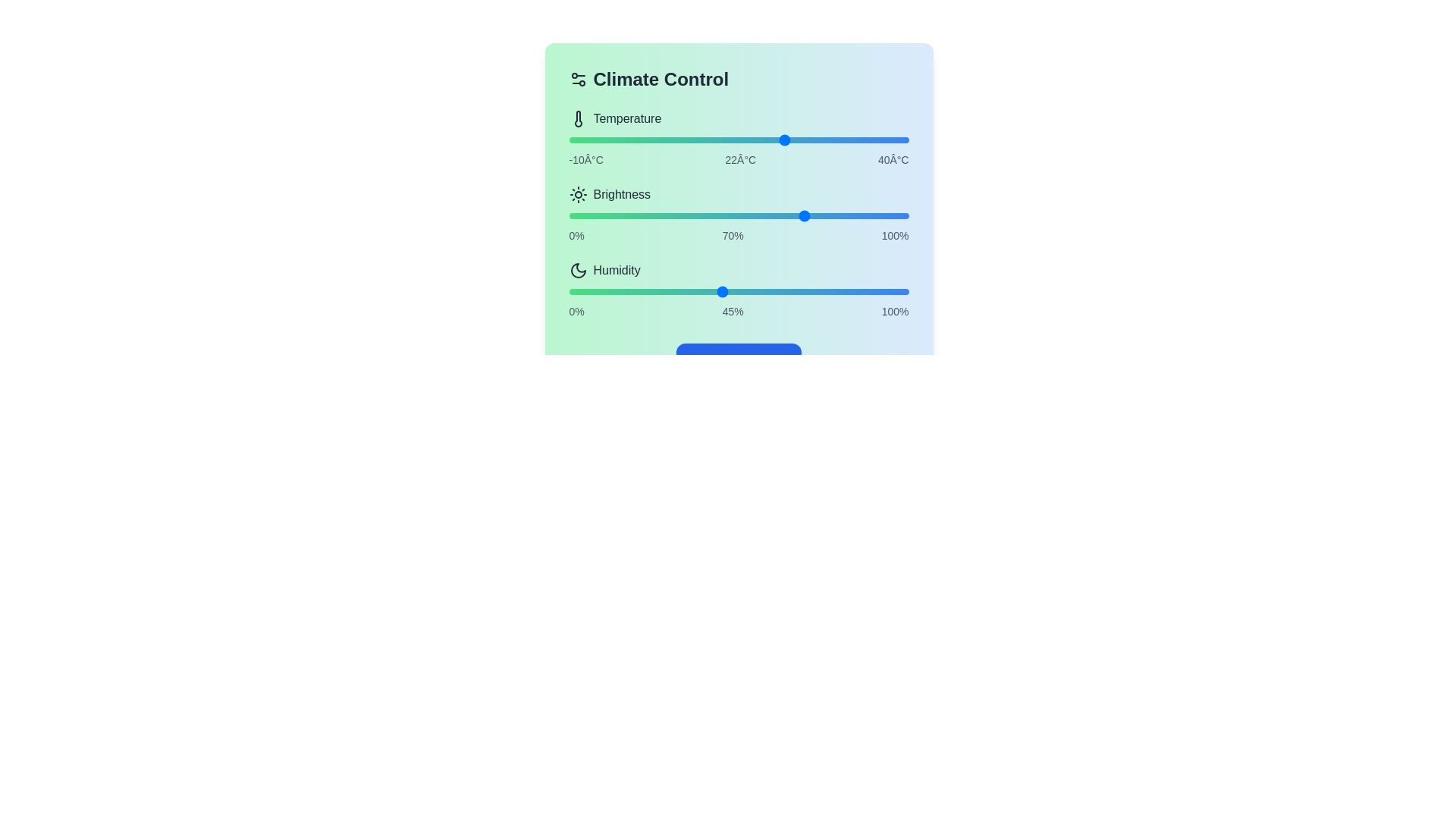  What do you see at coordinates (739, 236) in the screenshot?
I see `the Label group that provides visual guidance for the brightness slider, indicating minimum, current, and maximum values (0%, 70%, 100%) in the 'Brightness' section of the 'Climate Control' interface` at bounding box center [739, 236].